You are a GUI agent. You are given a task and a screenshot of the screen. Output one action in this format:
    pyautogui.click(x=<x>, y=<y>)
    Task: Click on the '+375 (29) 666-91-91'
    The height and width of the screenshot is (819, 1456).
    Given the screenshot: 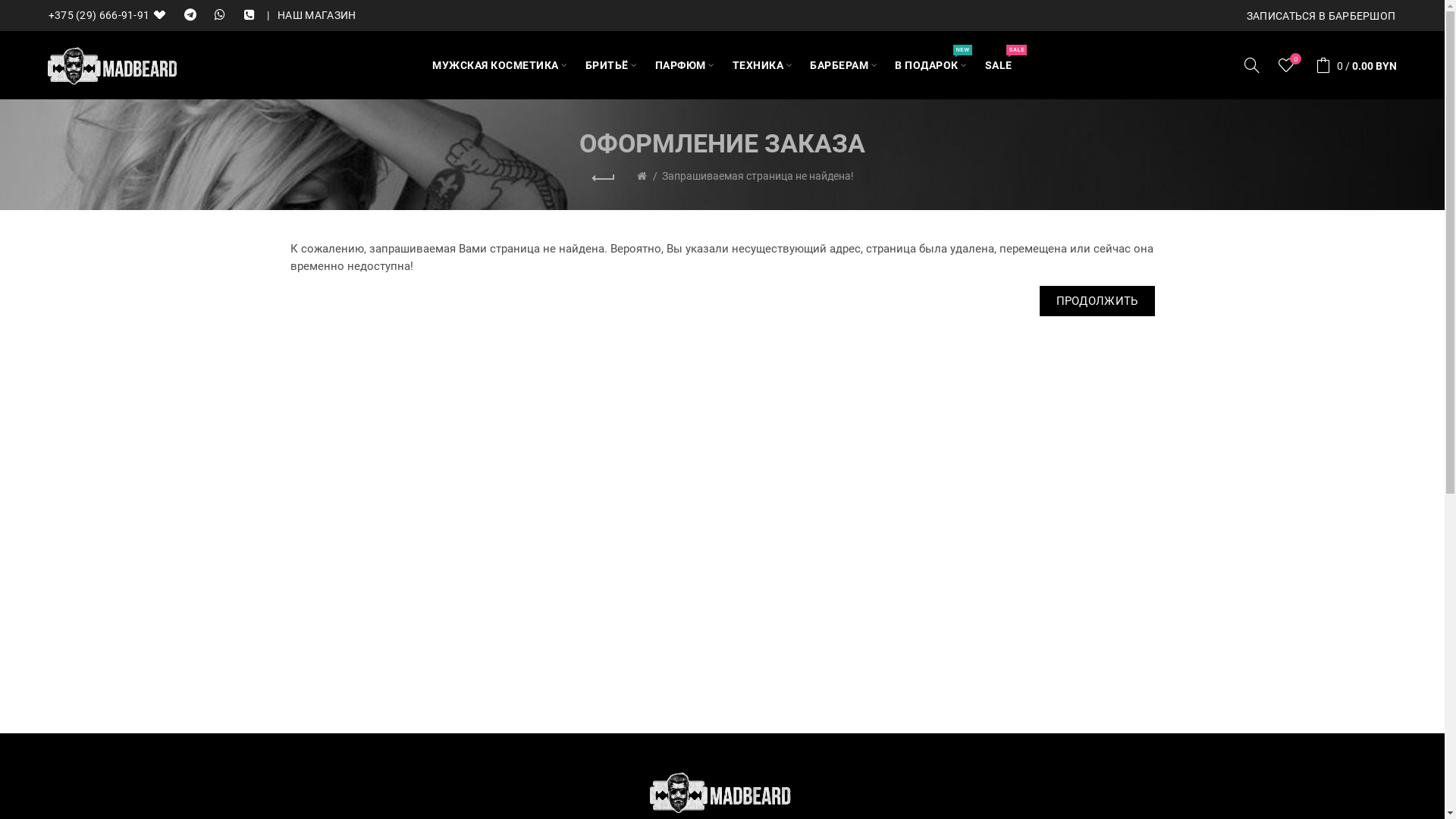 What is the action you would take?
    pyautogui.click(x=111, y=15)
    